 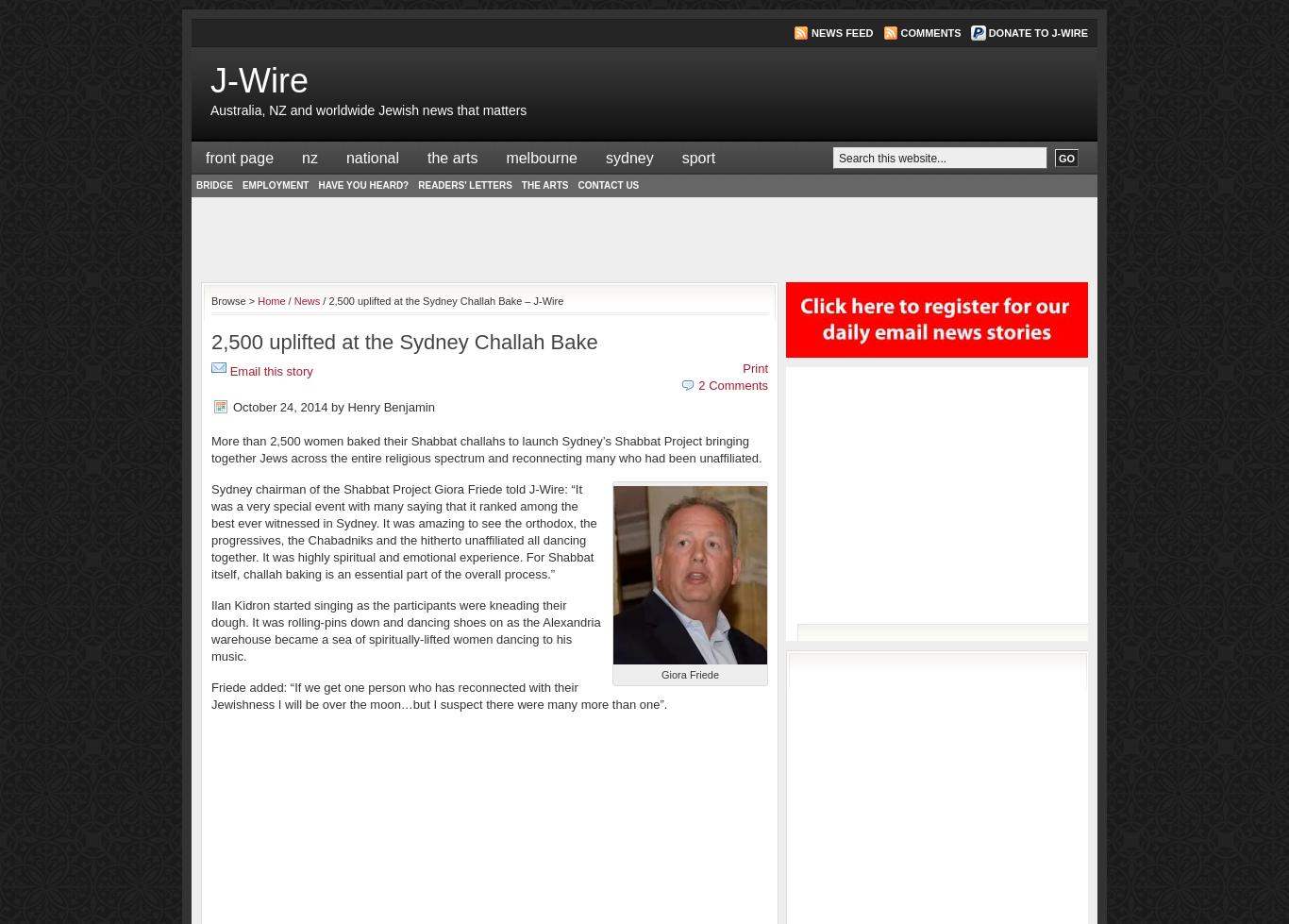 What do you see at coordinates (403, 342) in the screenshot?
I see `'2,500 uplifted at the Sydney Challah Bake'` at bounding box center [403, 342].